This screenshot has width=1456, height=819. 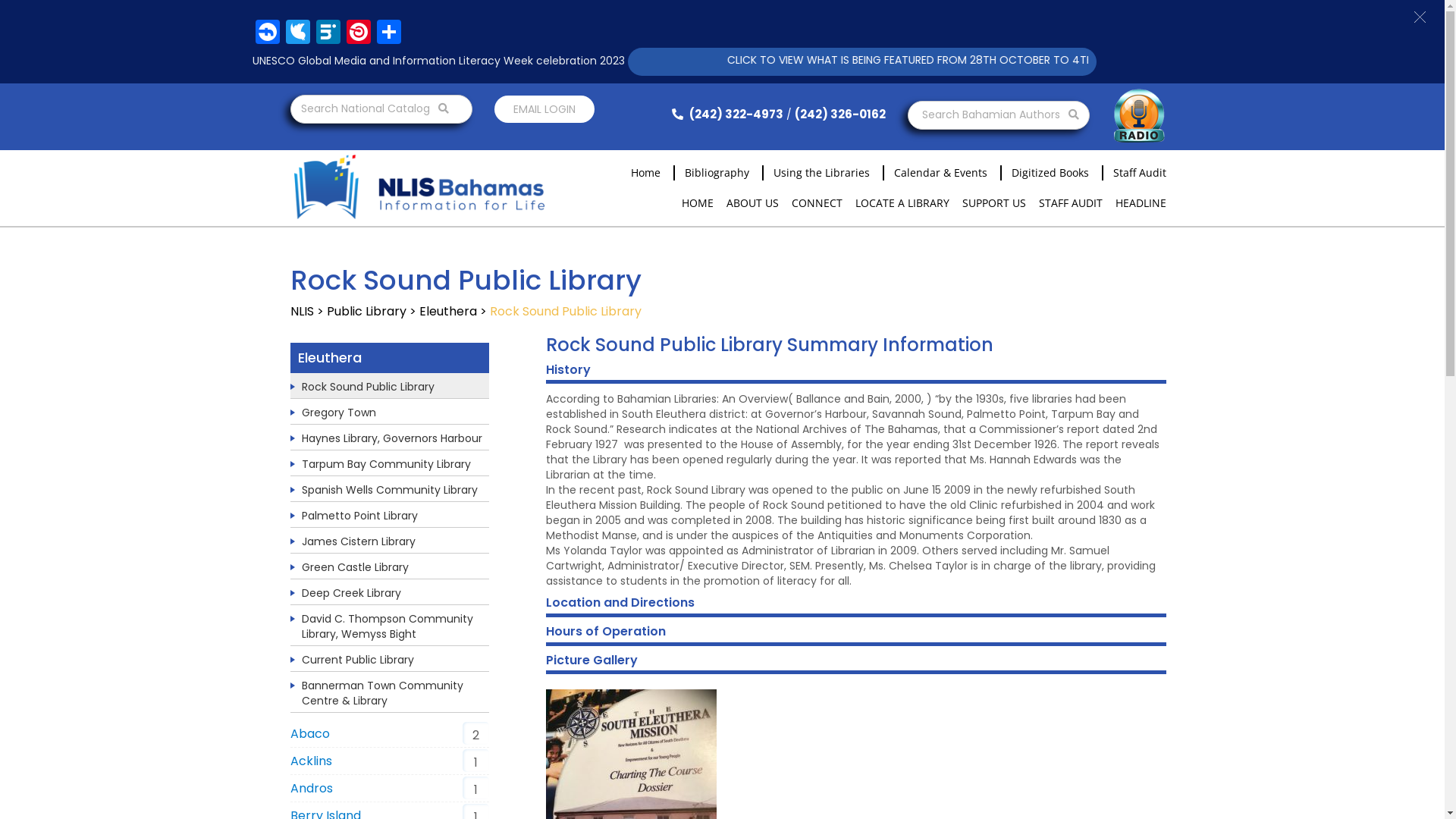 I want to click on 'Palmetto Point Library', so click(x=359, y=514).